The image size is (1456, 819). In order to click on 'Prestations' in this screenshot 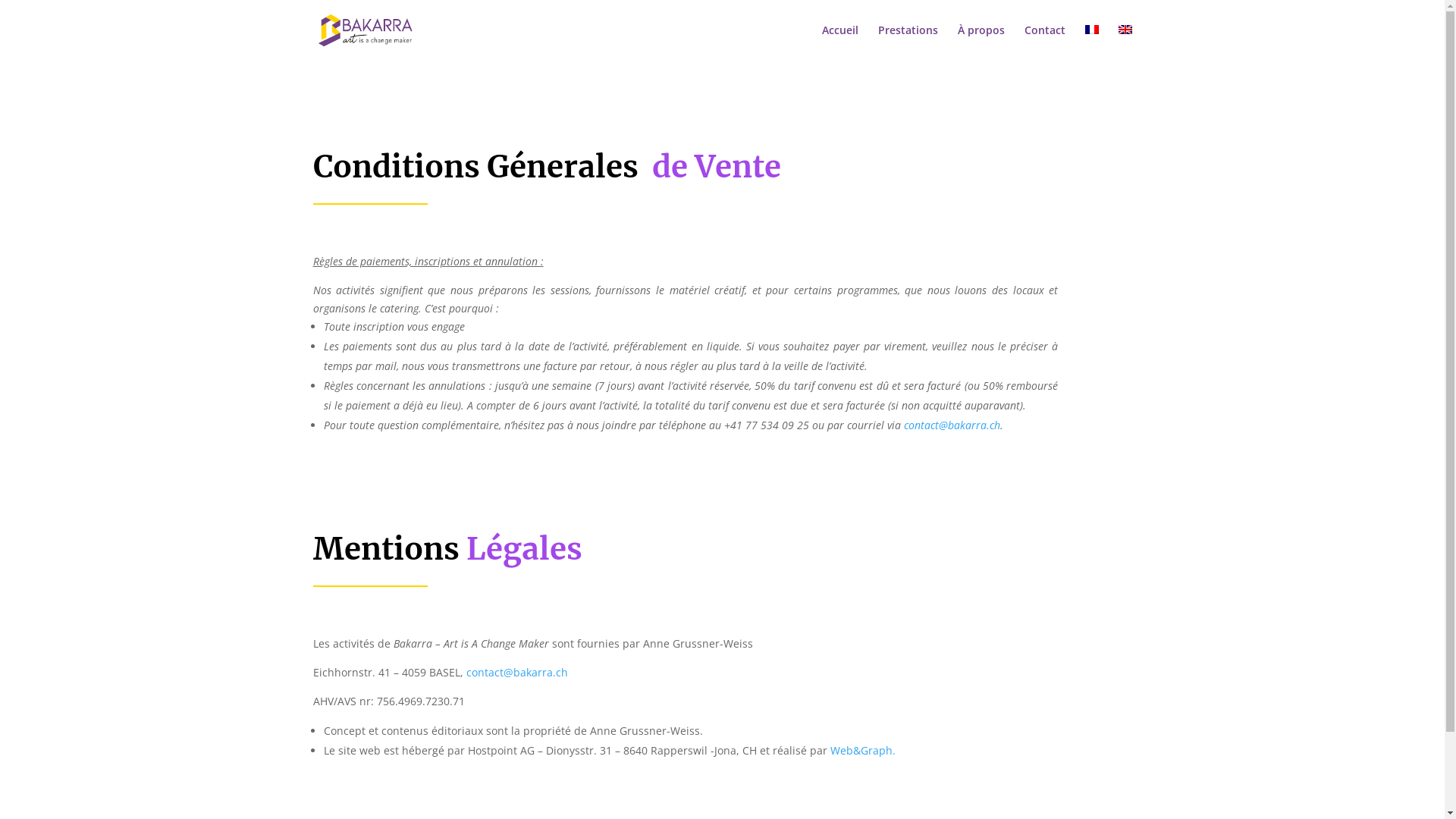, I will do `click(908, 42)`.